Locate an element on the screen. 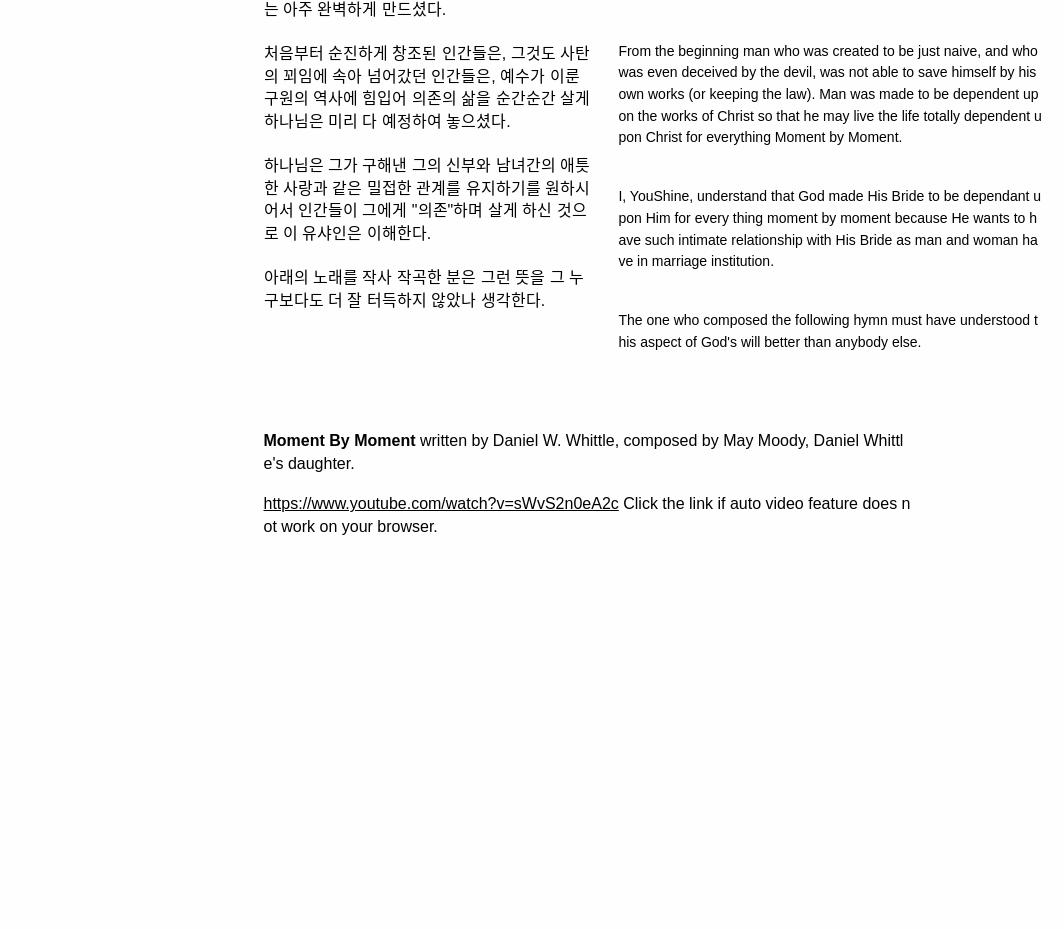 The width and height of the screenshot is (1064, 929). 'Click the link if auto video feature does not work on your browser.' is located at coordinates (586, 514).